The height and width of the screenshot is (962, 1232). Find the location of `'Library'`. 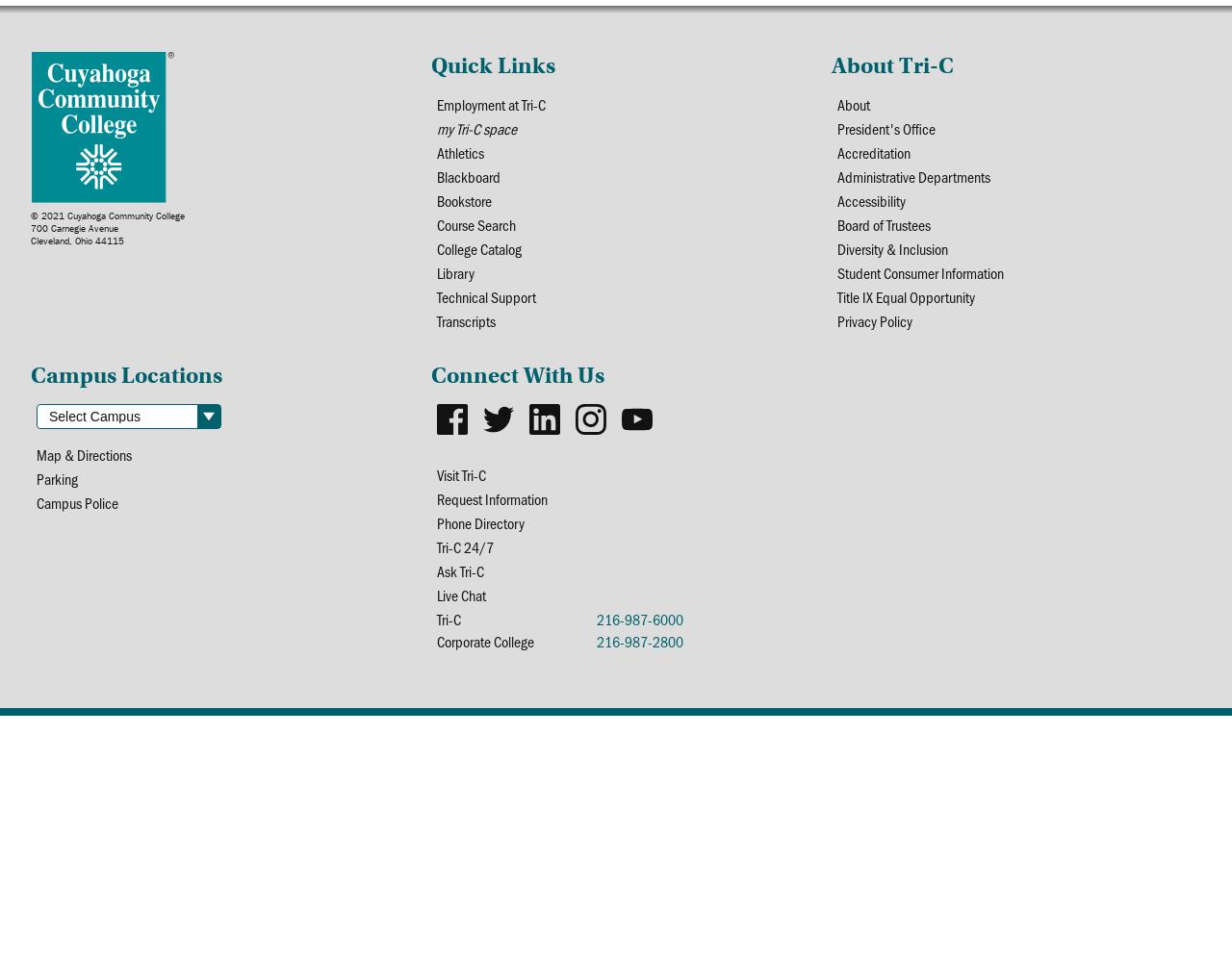

'Library' is located at coordinates (434, 272).